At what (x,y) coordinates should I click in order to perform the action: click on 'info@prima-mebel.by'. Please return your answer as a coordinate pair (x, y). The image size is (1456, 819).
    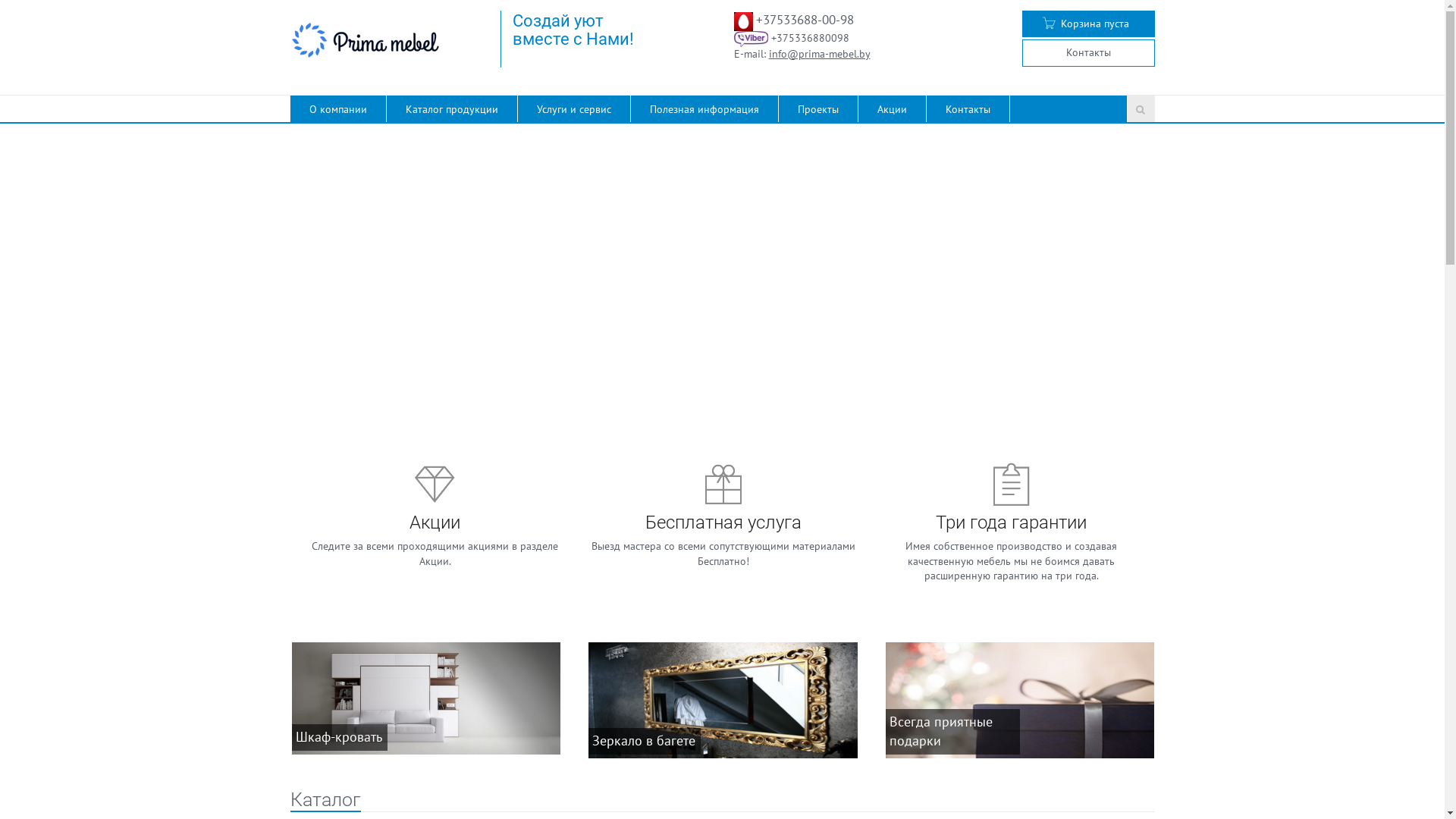
    Looking at the image, I should click on (818, 52).